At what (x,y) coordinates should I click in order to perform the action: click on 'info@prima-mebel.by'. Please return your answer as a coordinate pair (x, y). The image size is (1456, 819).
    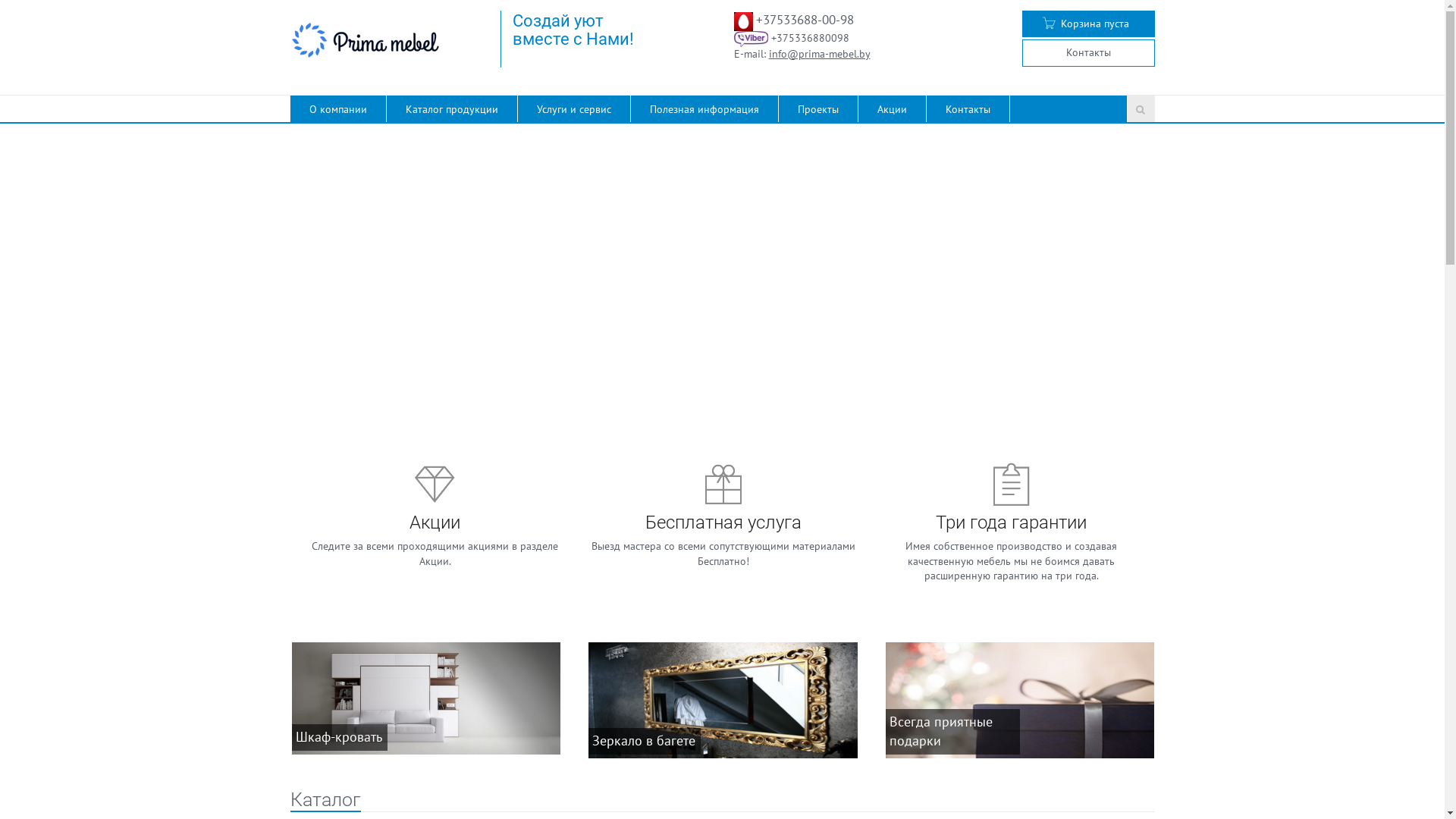
    Looking at the image, I should click on (818, 52).